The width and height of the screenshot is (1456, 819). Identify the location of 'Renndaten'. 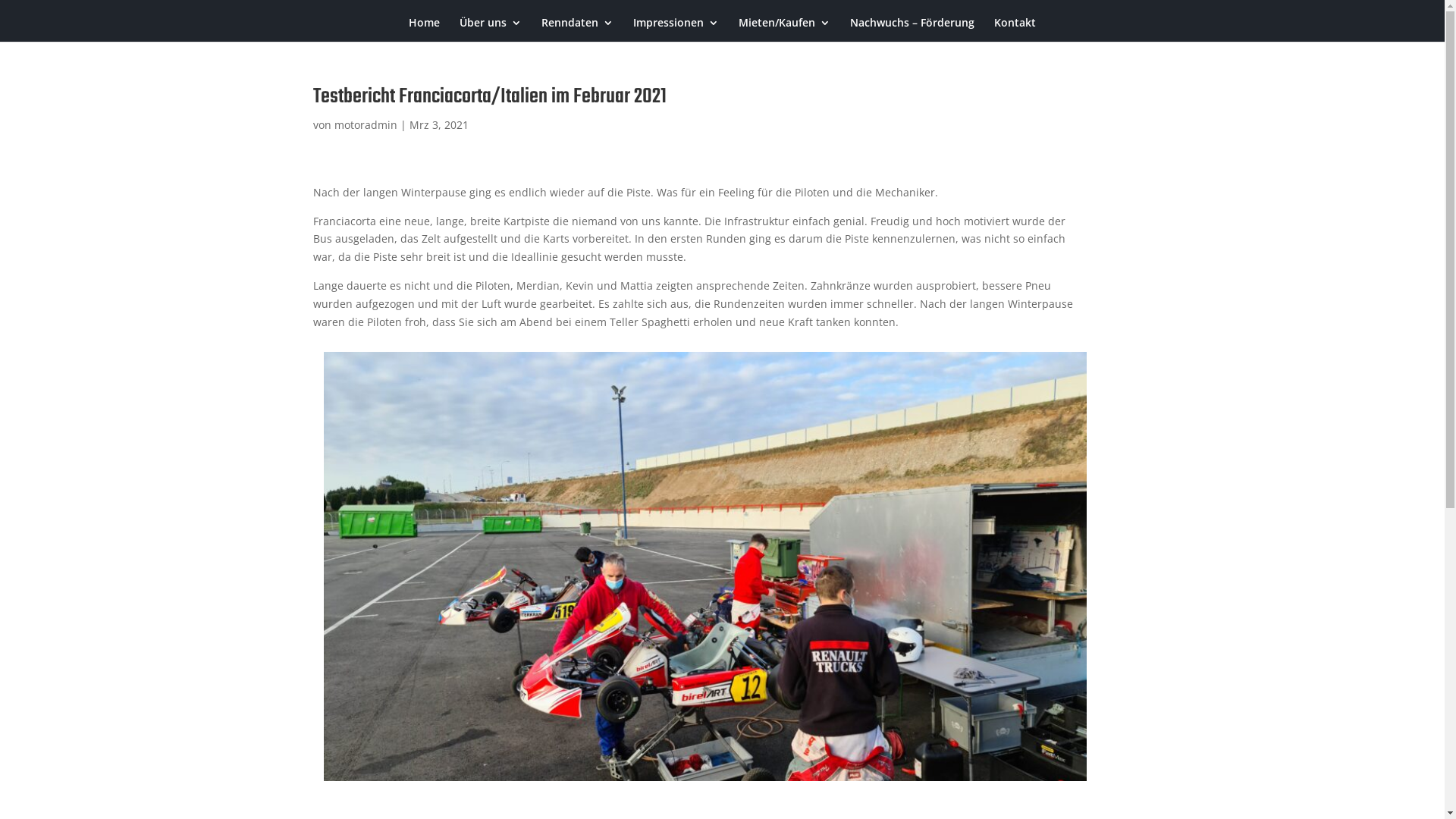
(576, 29).